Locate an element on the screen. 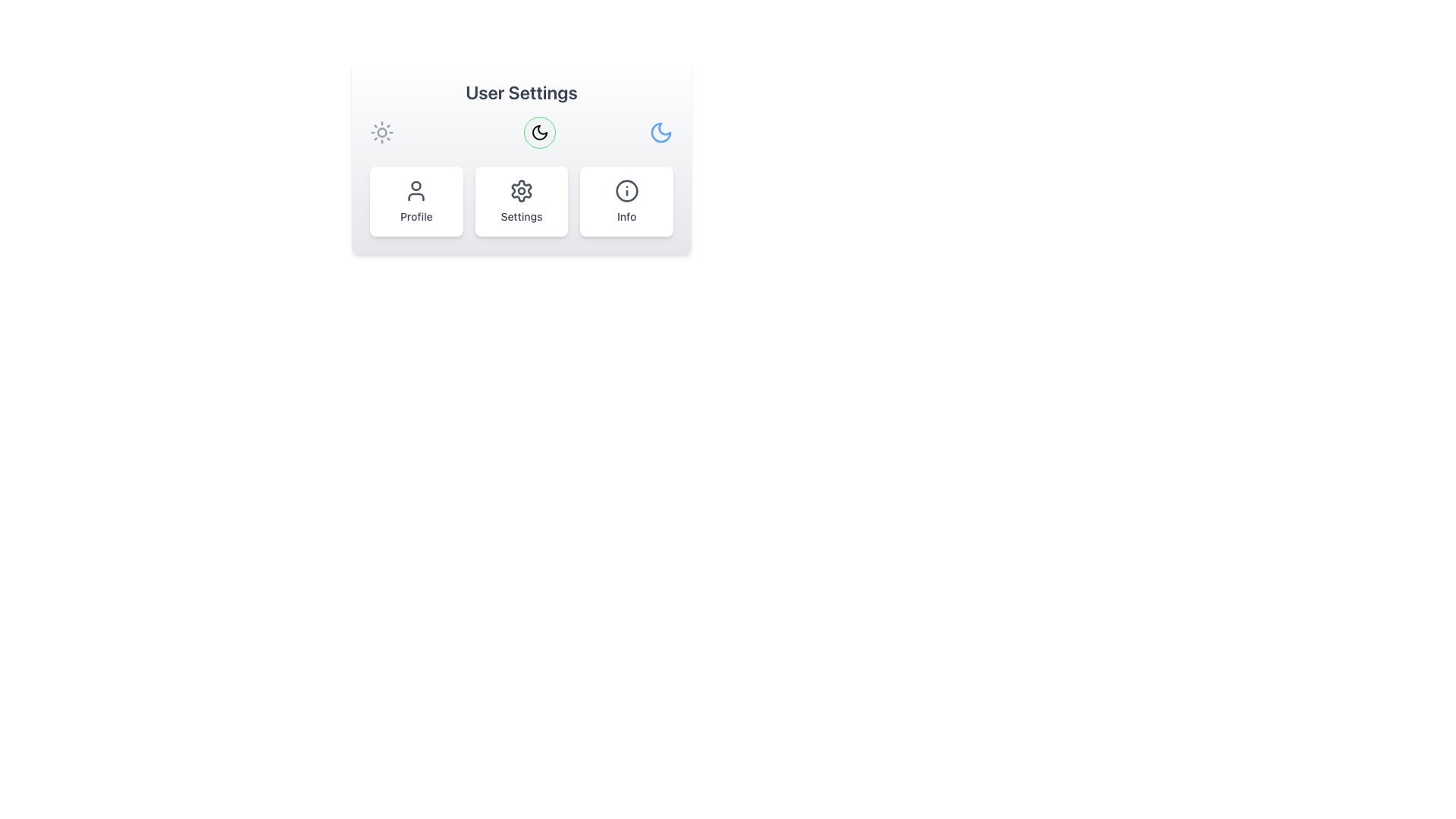 This screenshot has width=1456, height=819. the crescent part of the moon icon located in the top-right section of the User Settings interface is located at coordinates (539, 131).